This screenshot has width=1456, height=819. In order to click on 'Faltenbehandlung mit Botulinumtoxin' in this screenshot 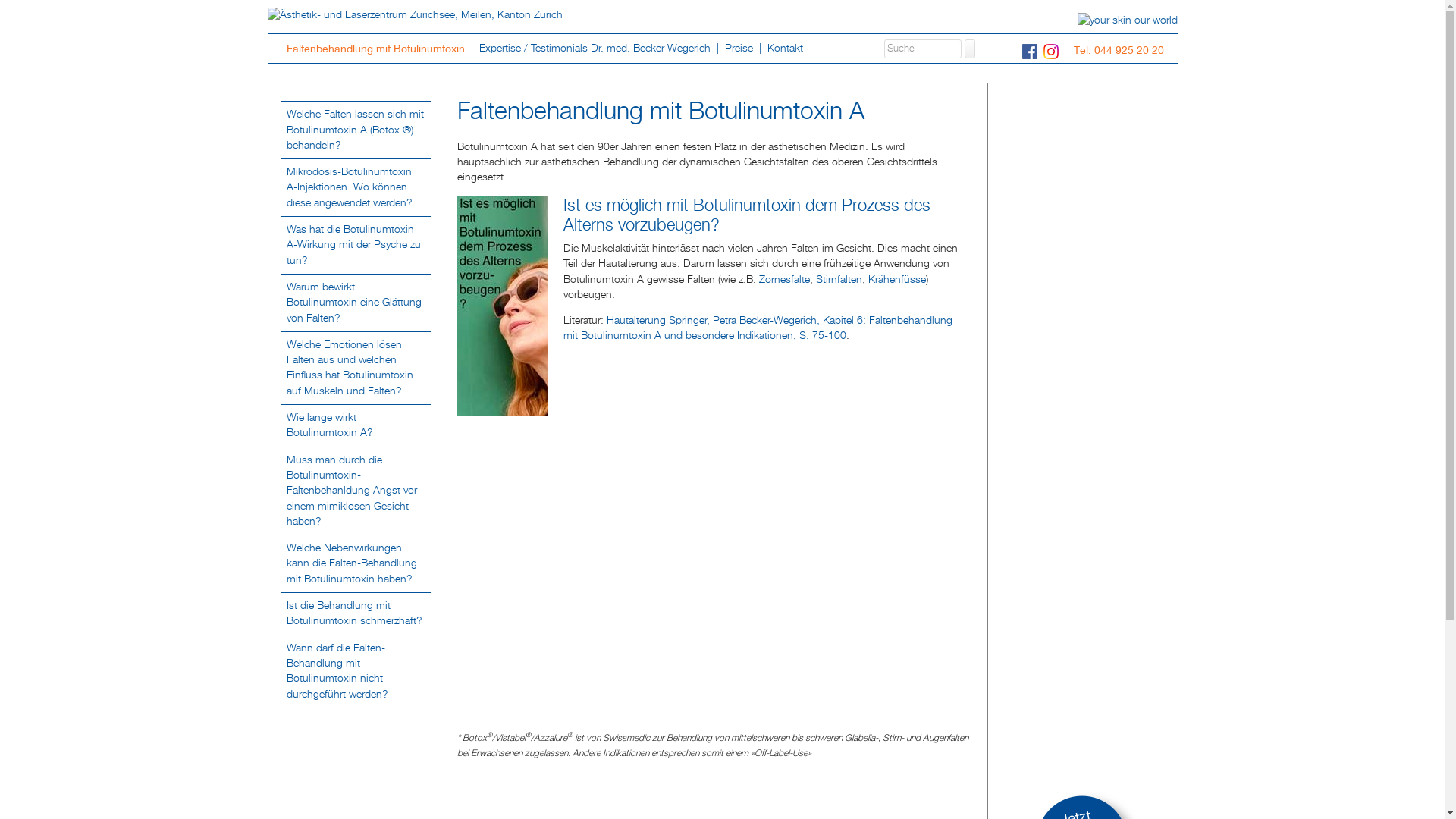, I will do `click(377, 48)`.